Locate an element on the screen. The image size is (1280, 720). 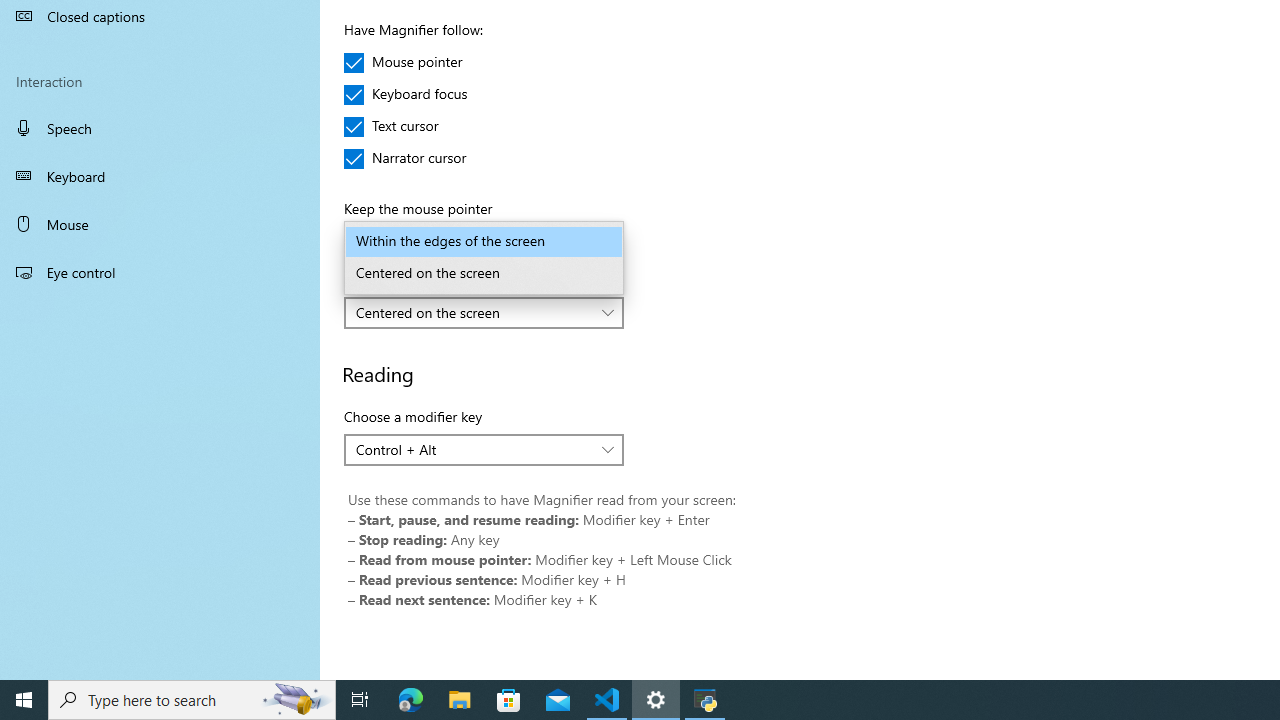
'Settings - 1 running window' is located at coordinates (656, 698).